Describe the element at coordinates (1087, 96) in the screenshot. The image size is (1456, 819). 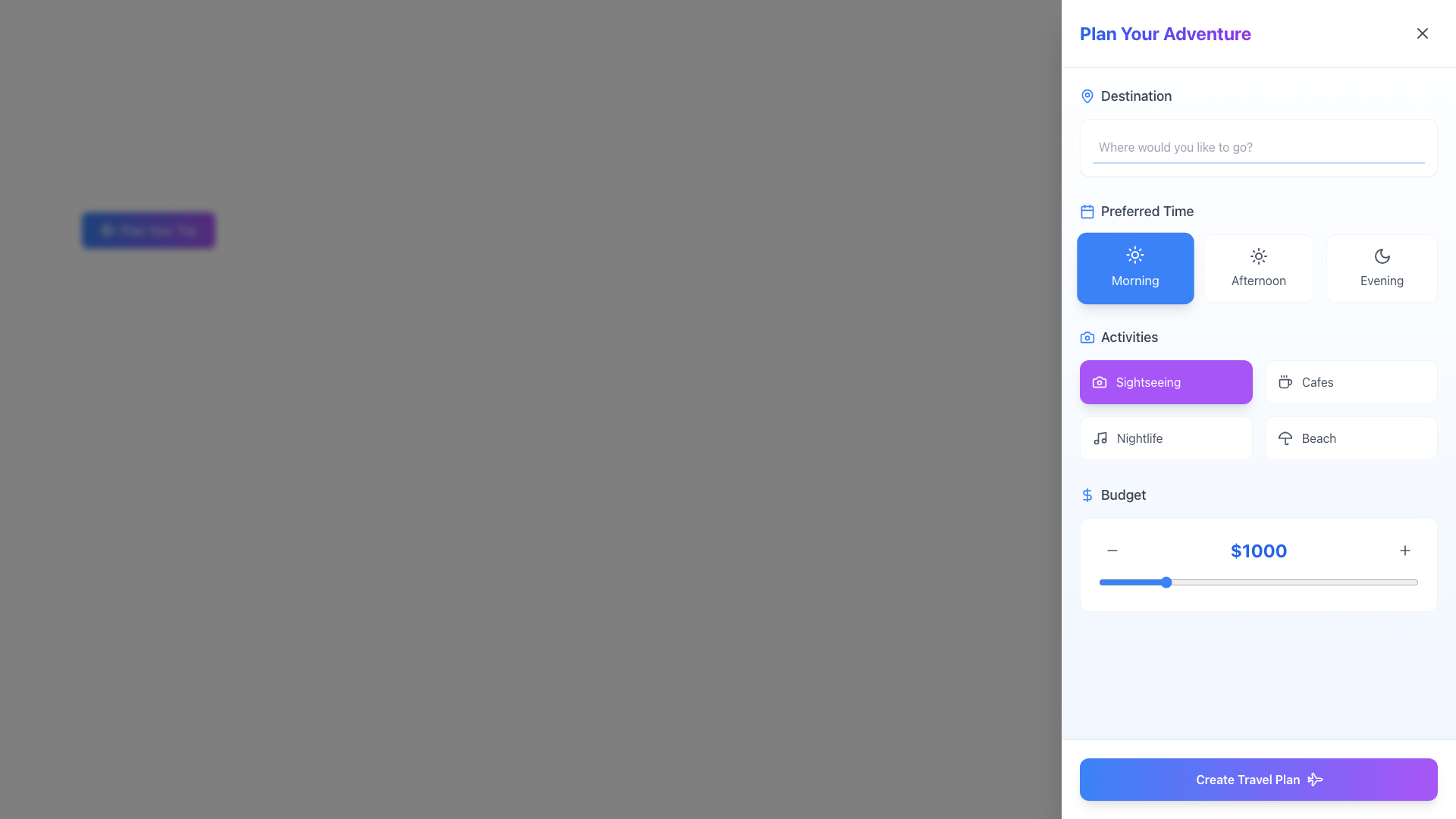
I see `the decorative 'Destination' icon located near the top of the right-side panel under the 'Plan Your Adventure' header, beside the 'Destination' label and input field` at that location.